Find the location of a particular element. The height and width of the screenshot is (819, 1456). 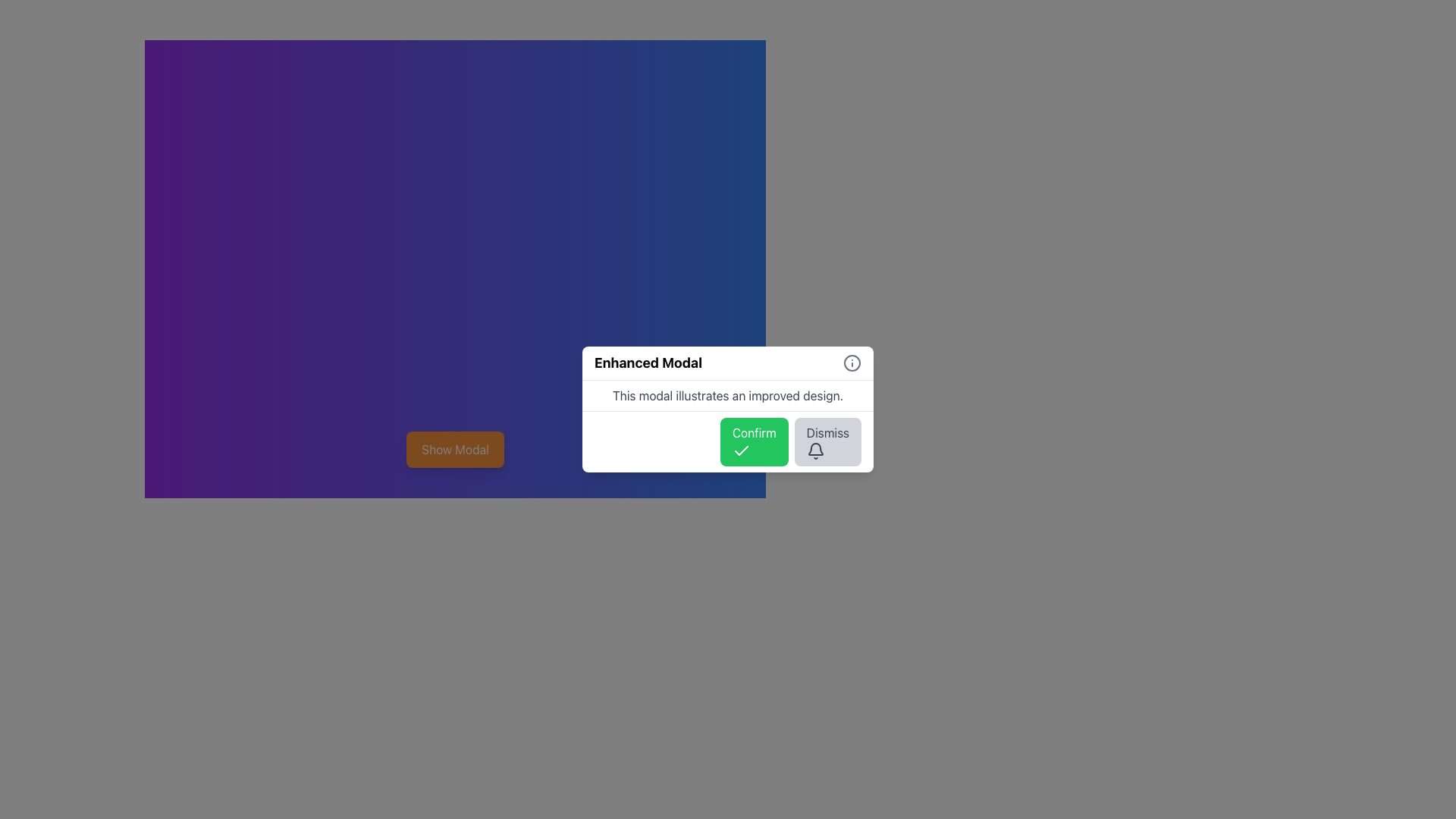

the text block reading 'This modal illustrates an improved design.' which is styled in gray against a white background, located centrally within the modal dialog interface is located at coordinates (728, 394).